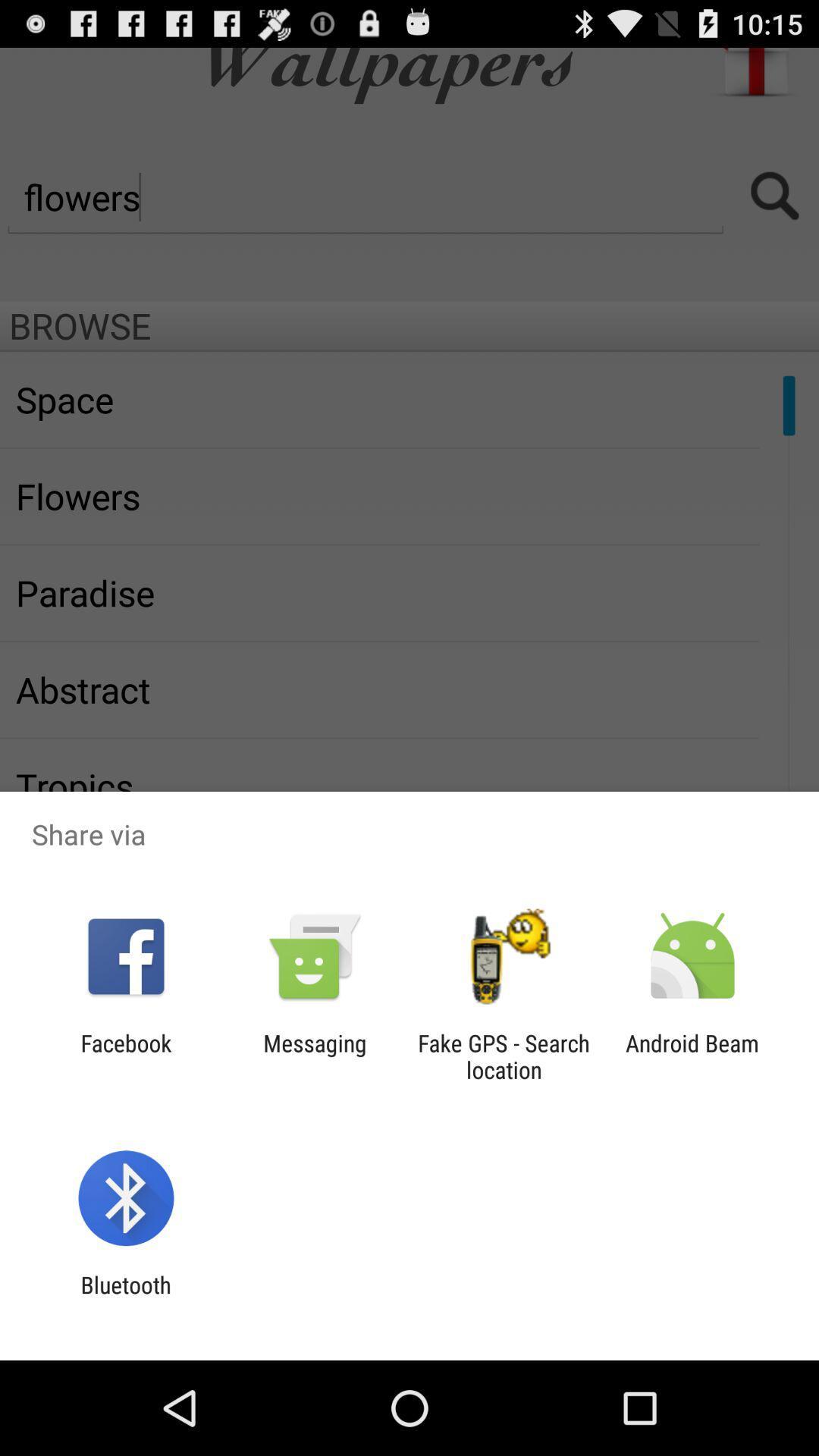 This screenshot has width=819, height=1456. I want to click on the icon to the right of the facebook app, so click(314, 1056).